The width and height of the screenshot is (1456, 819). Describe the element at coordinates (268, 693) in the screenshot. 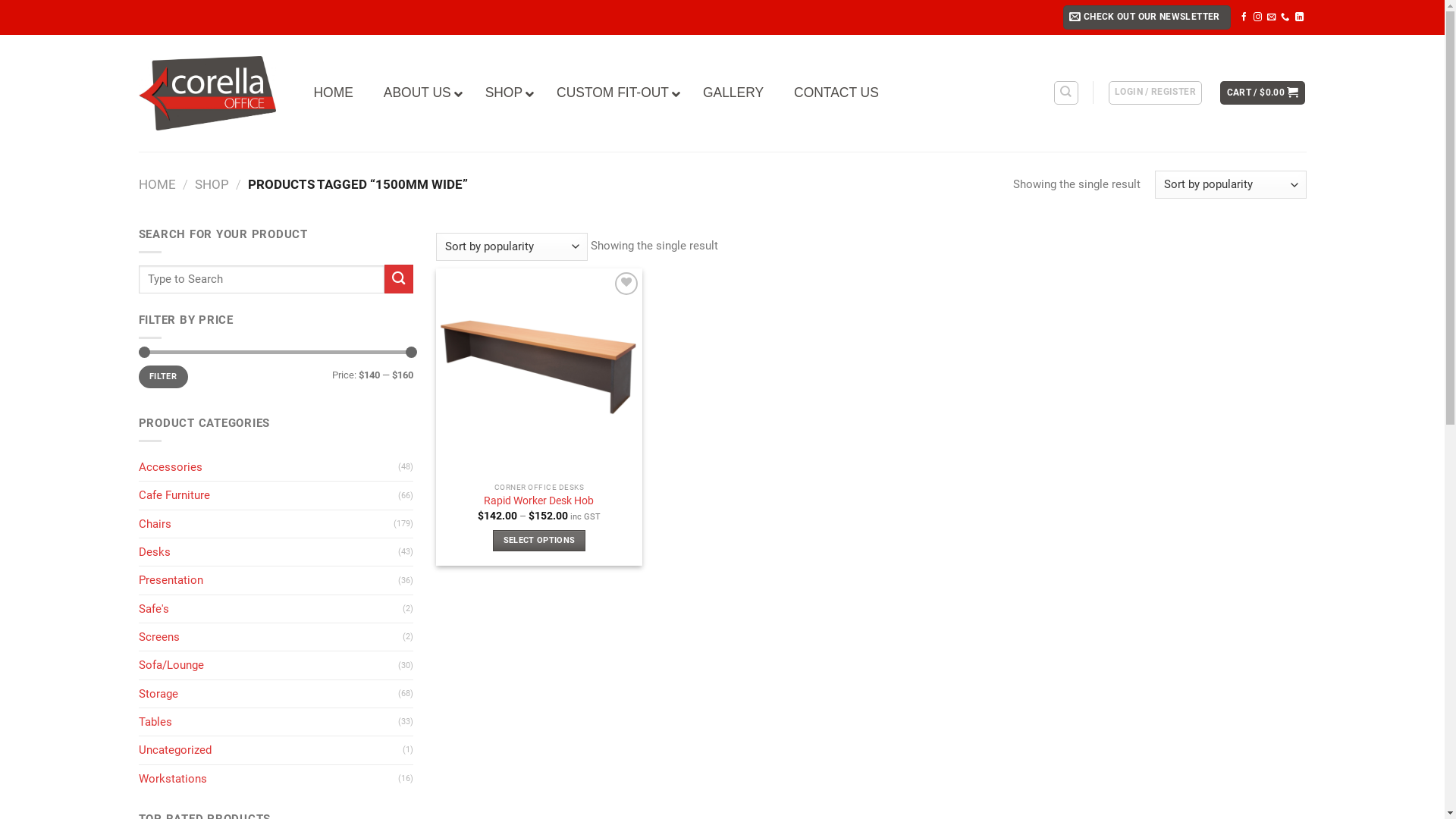

I see `'Storage'` at that location.